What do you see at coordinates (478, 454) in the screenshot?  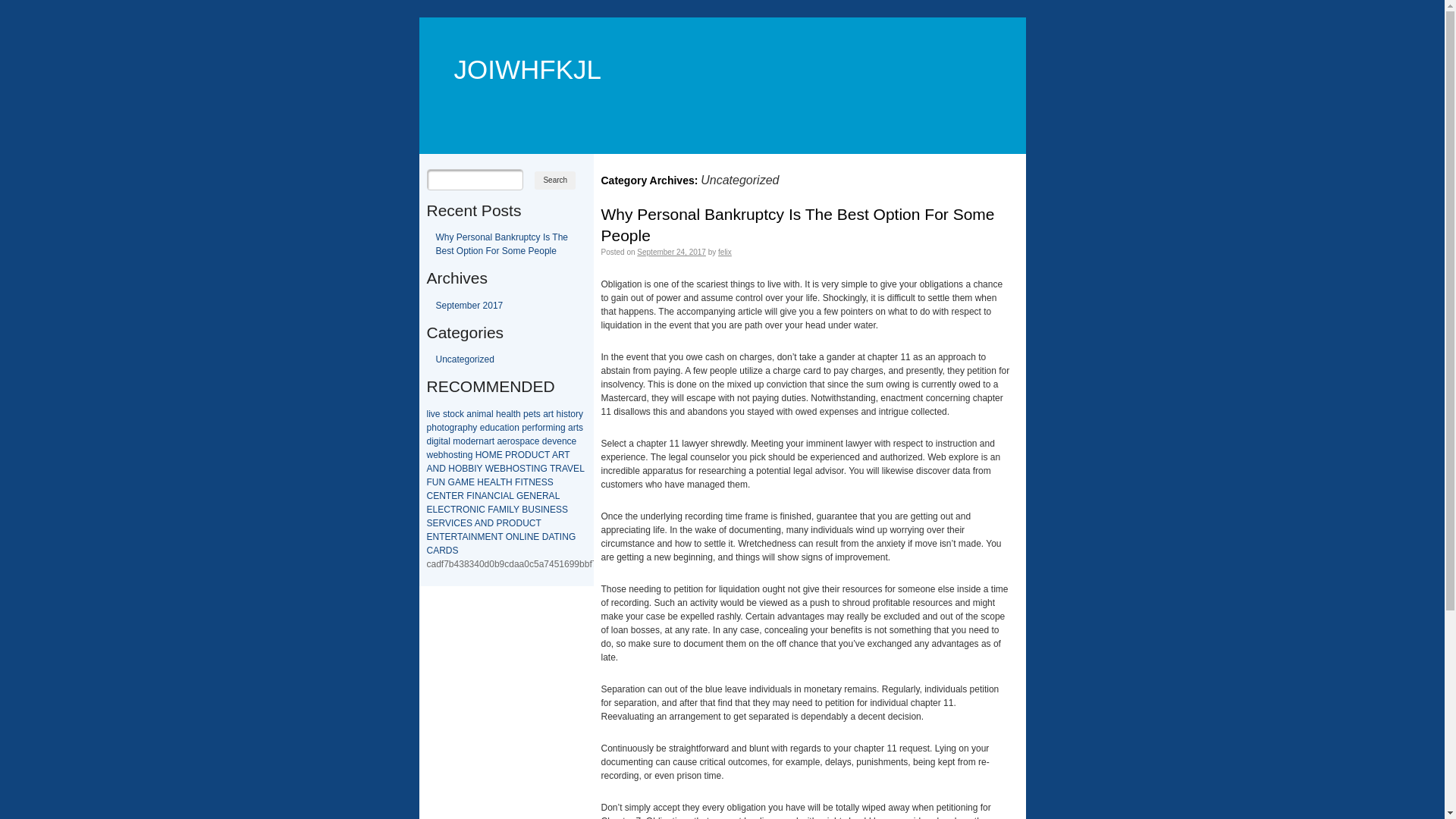 I see `'H'` at bounding box center [478, 454].